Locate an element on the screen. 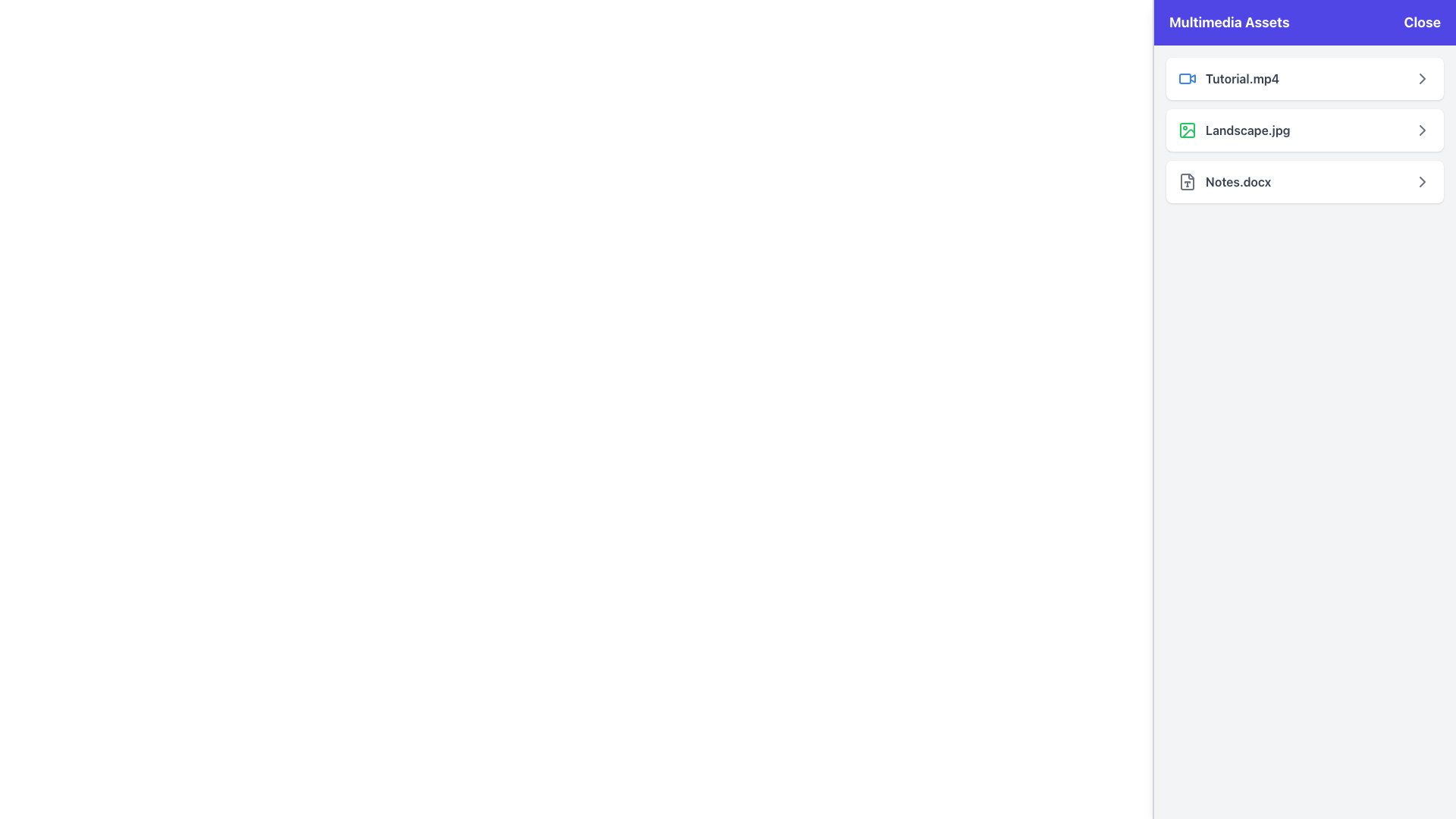 The width and height of the screenshot is (1456, 819). the document icon representing 'Notes.docx', which features a folded corner and a gray fill color, located in the multimedia assets section of the file list is located at coordinates (1186, 180).